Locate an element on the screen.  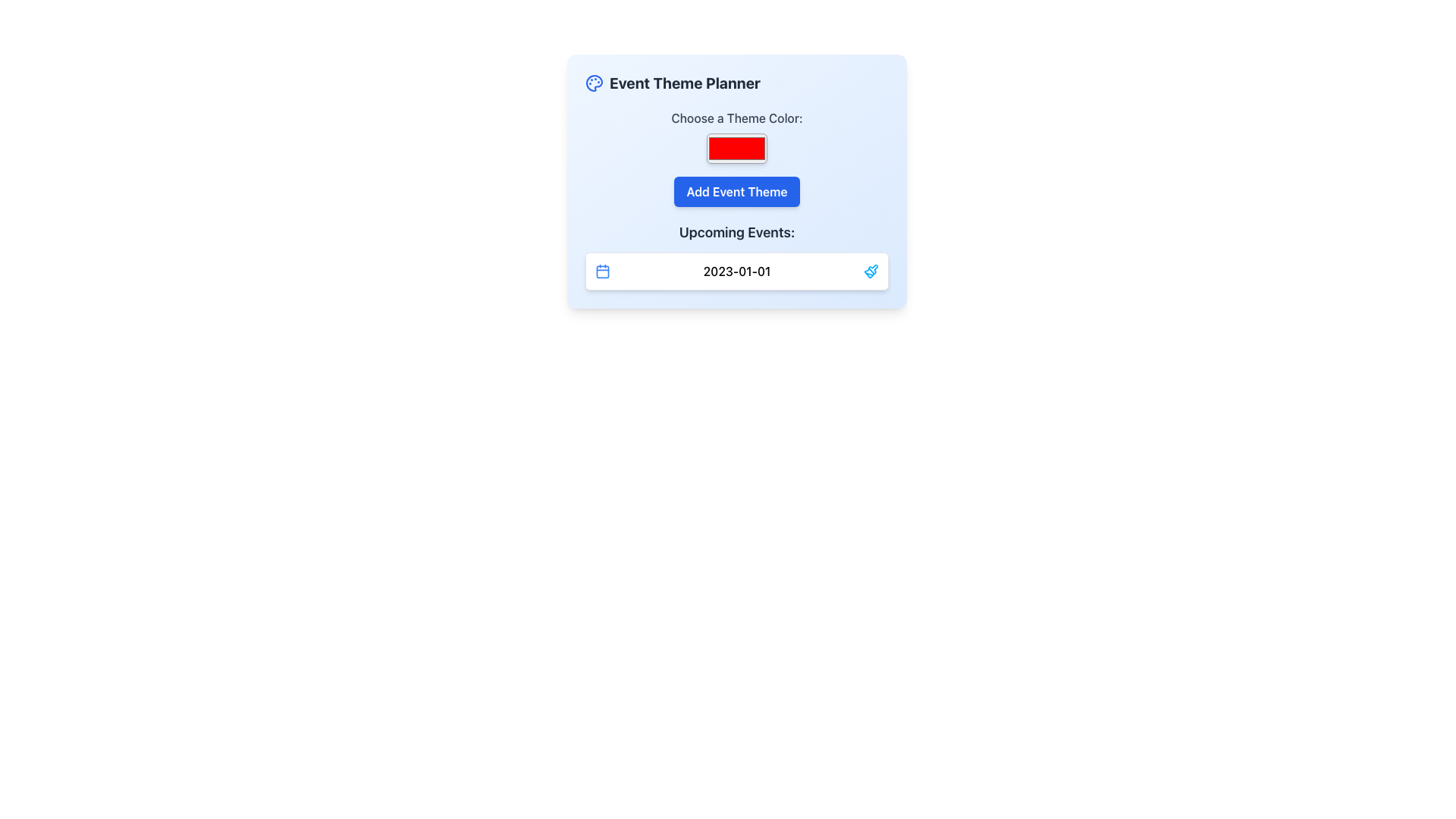
the upcoming events section text label, which serves as a heading indicating the context for the content below it is located at coordinates (736, 233).